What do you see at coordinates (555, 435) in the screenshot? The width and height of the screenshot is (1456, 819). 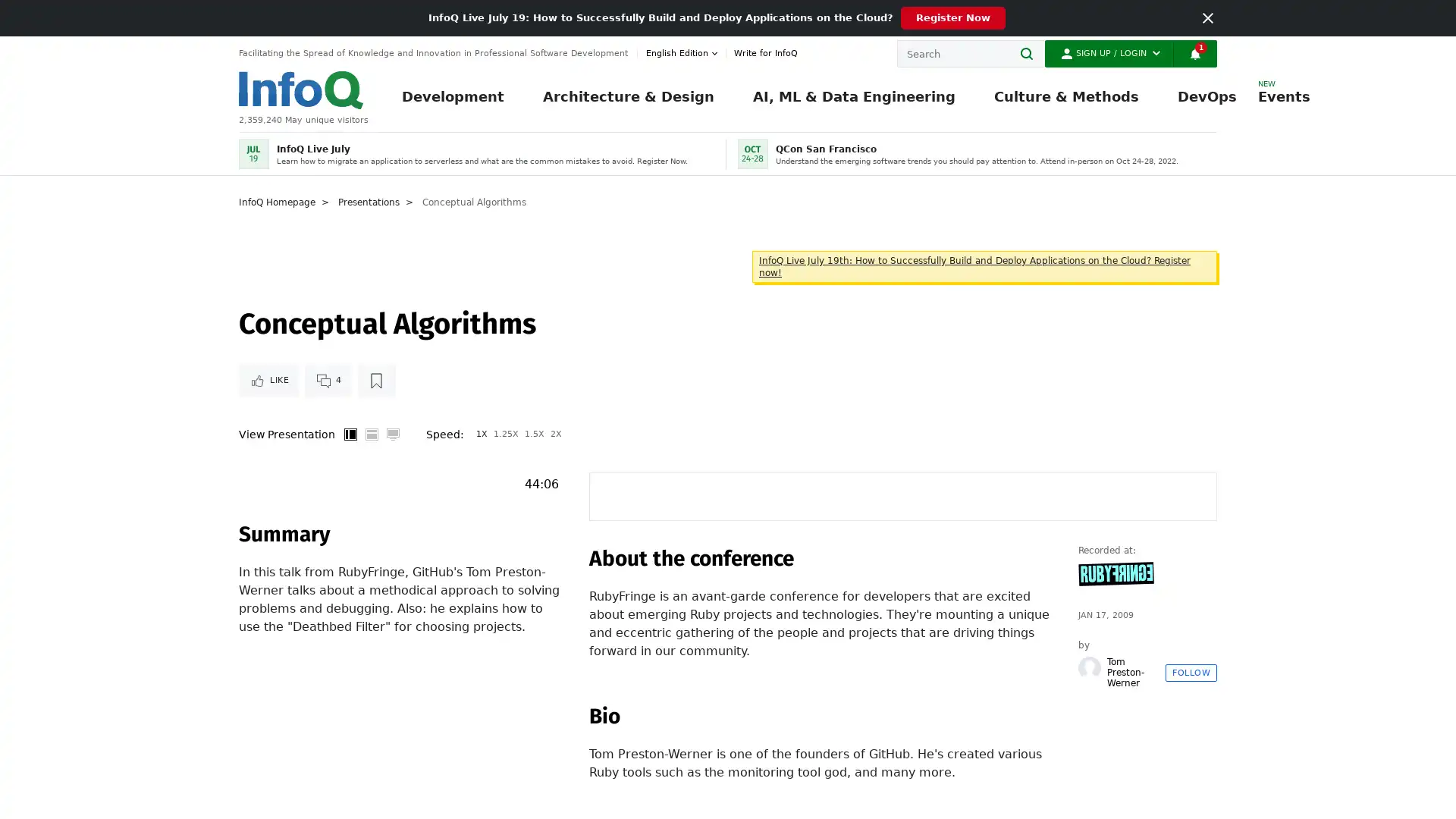 I see `2x` at bounding box center [555, 435].